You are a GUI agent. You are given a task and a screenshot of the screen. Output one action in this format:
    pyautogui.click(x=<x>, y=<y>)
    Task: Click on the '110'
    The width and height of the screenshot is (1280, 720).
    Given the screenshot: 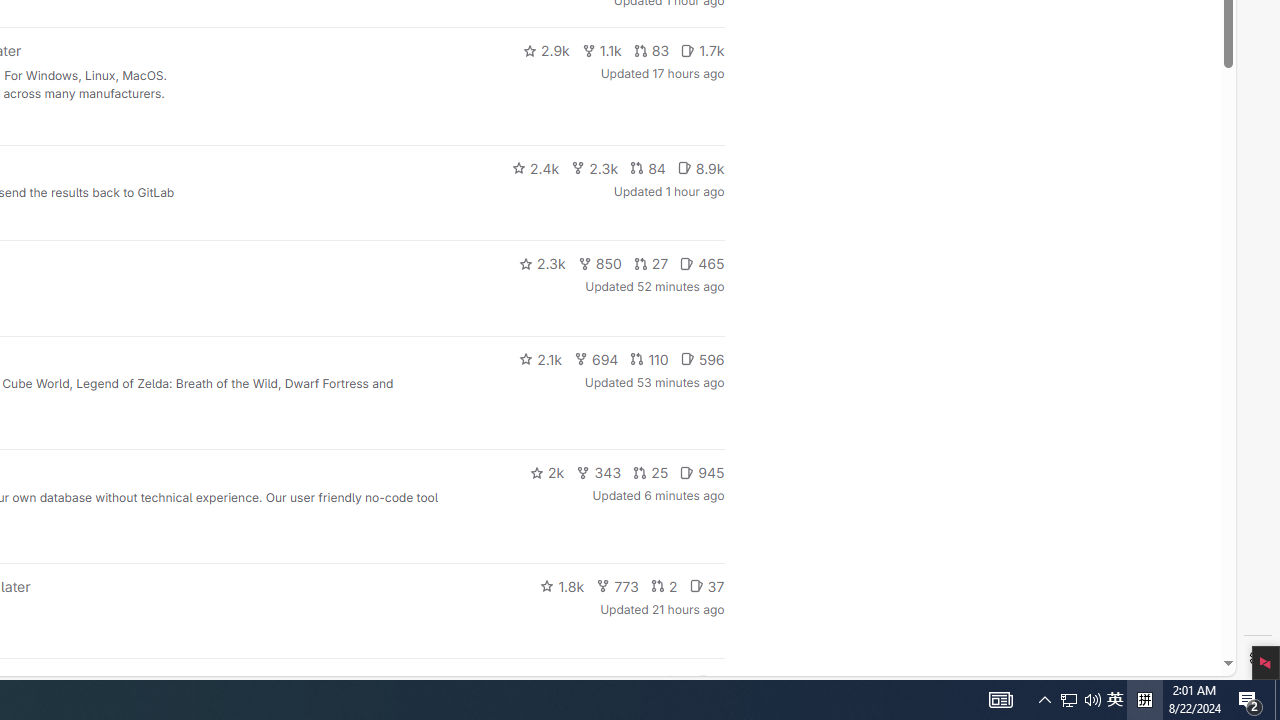 What is the action you would take?
    pyautogui.click(x=649, y=357)
    